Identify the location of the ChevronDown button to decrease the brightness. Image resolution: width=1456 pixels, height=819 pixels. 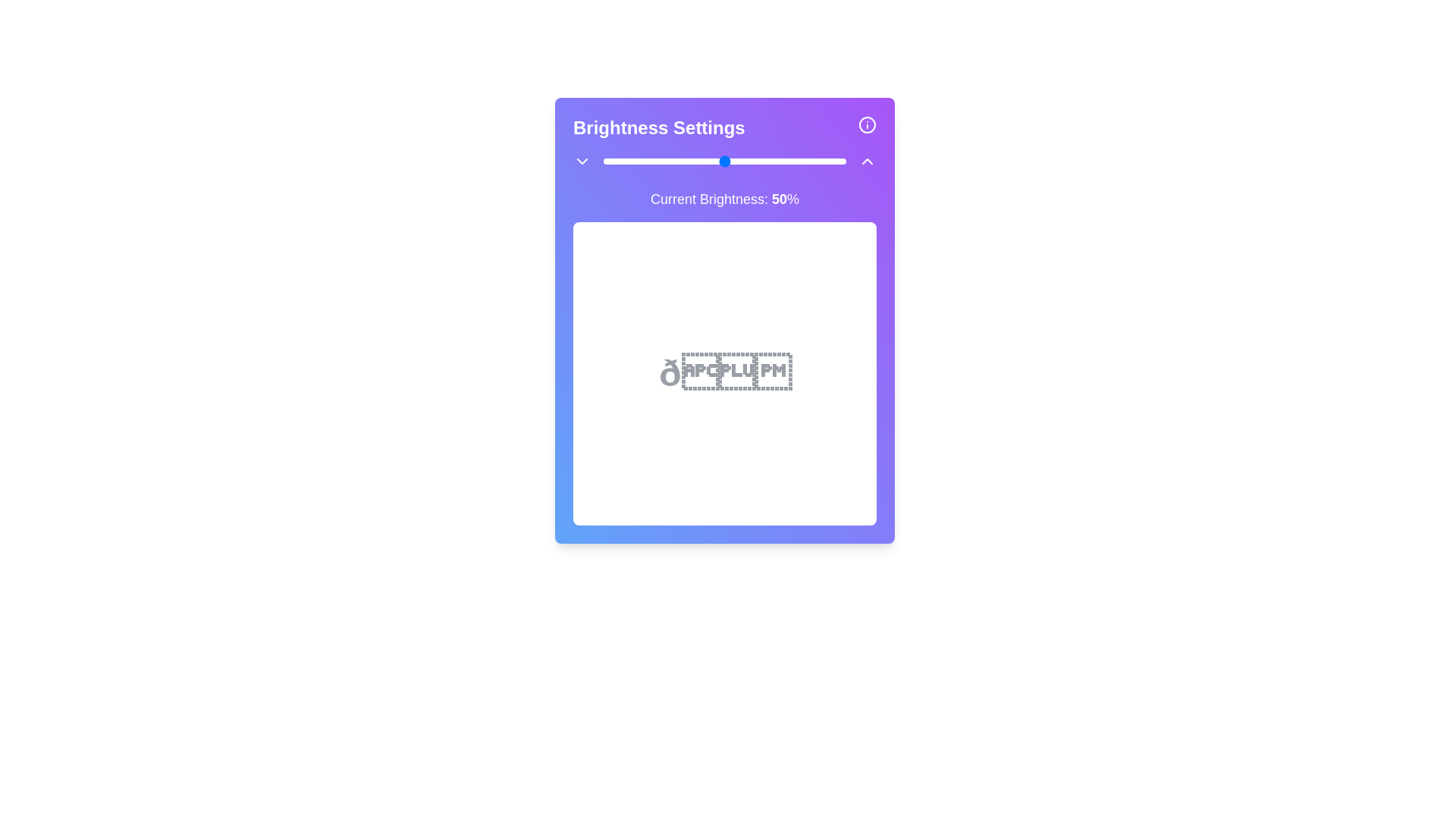
(582, 161).